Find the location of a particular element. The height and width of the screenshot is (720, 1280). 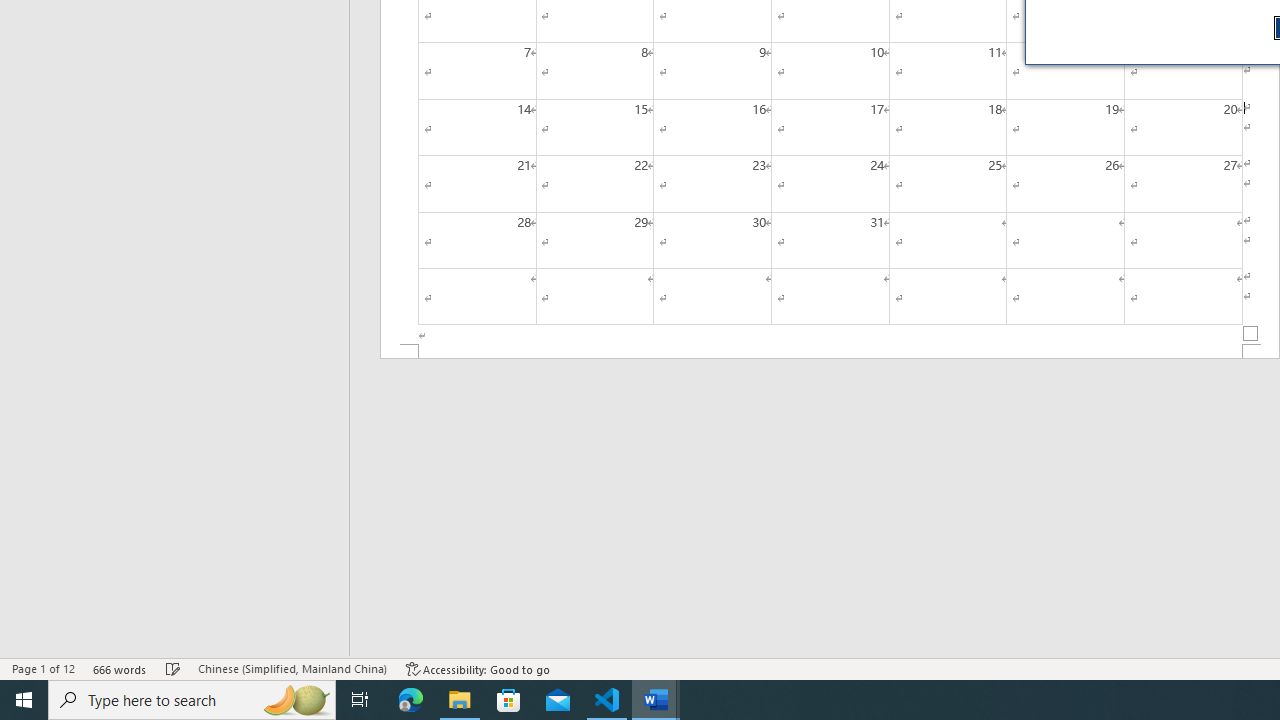

'Task View' is located at coordinates (359, 698).